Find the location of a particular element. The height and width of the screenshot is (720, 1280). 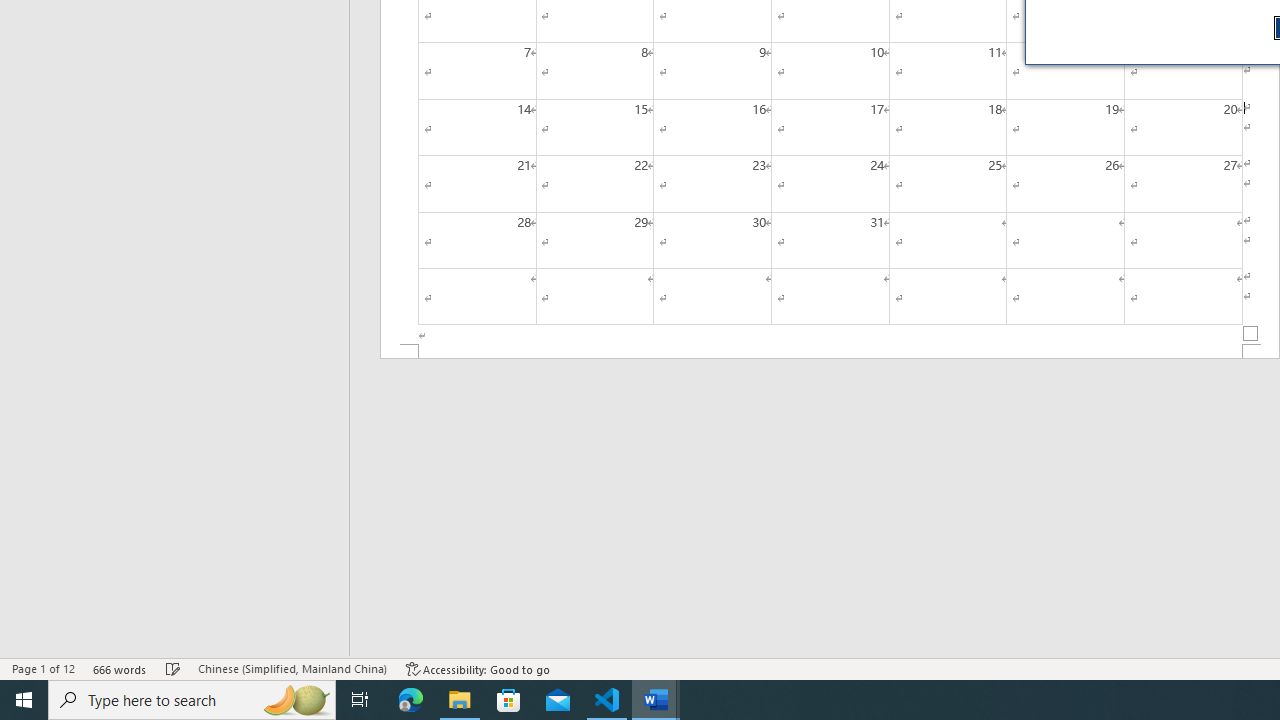

'Task View' is located at coordinates (359, 698).